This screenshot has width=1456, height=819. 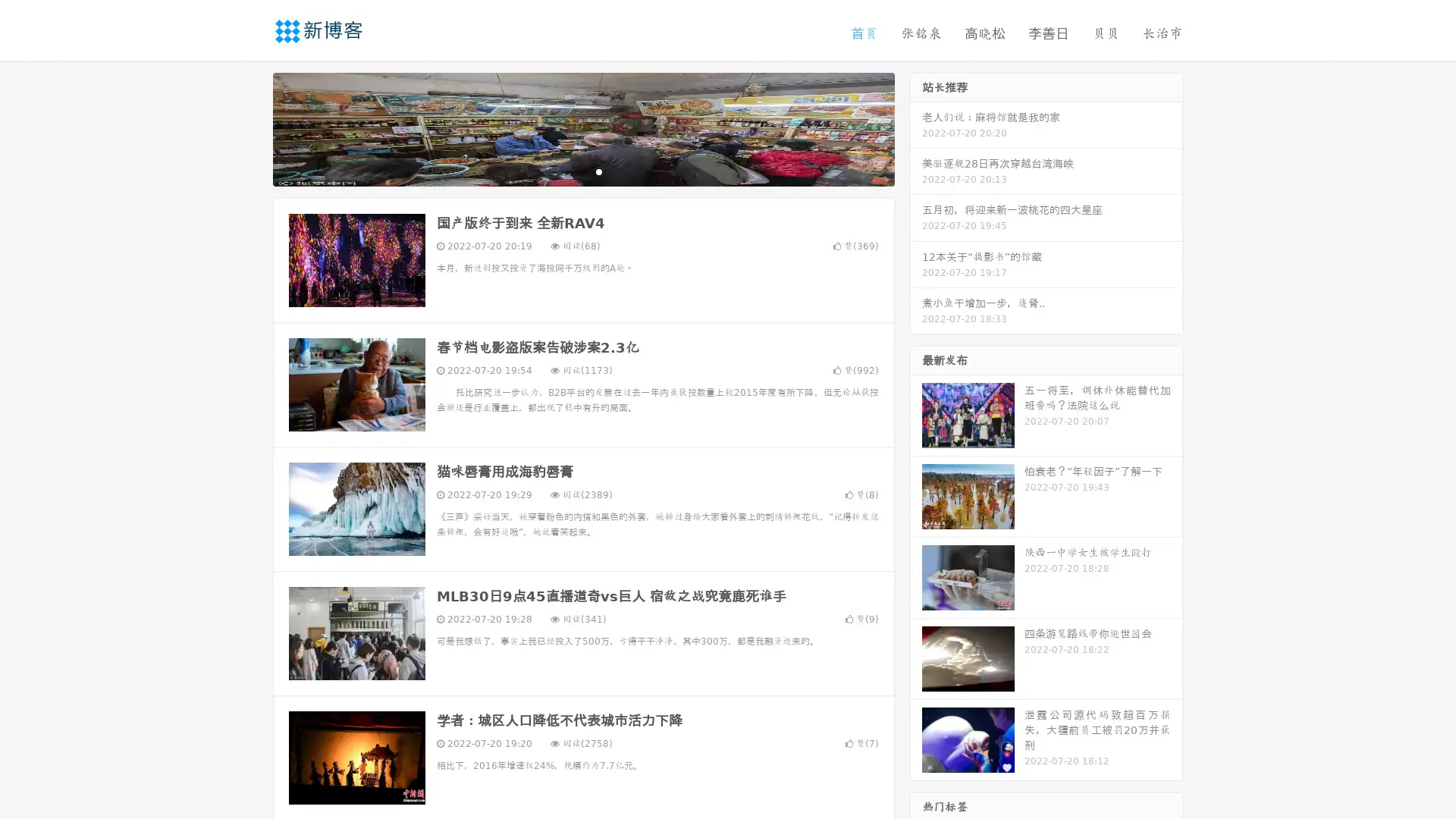 I want to click on Go to slide 2, so click(x=582, y=171).